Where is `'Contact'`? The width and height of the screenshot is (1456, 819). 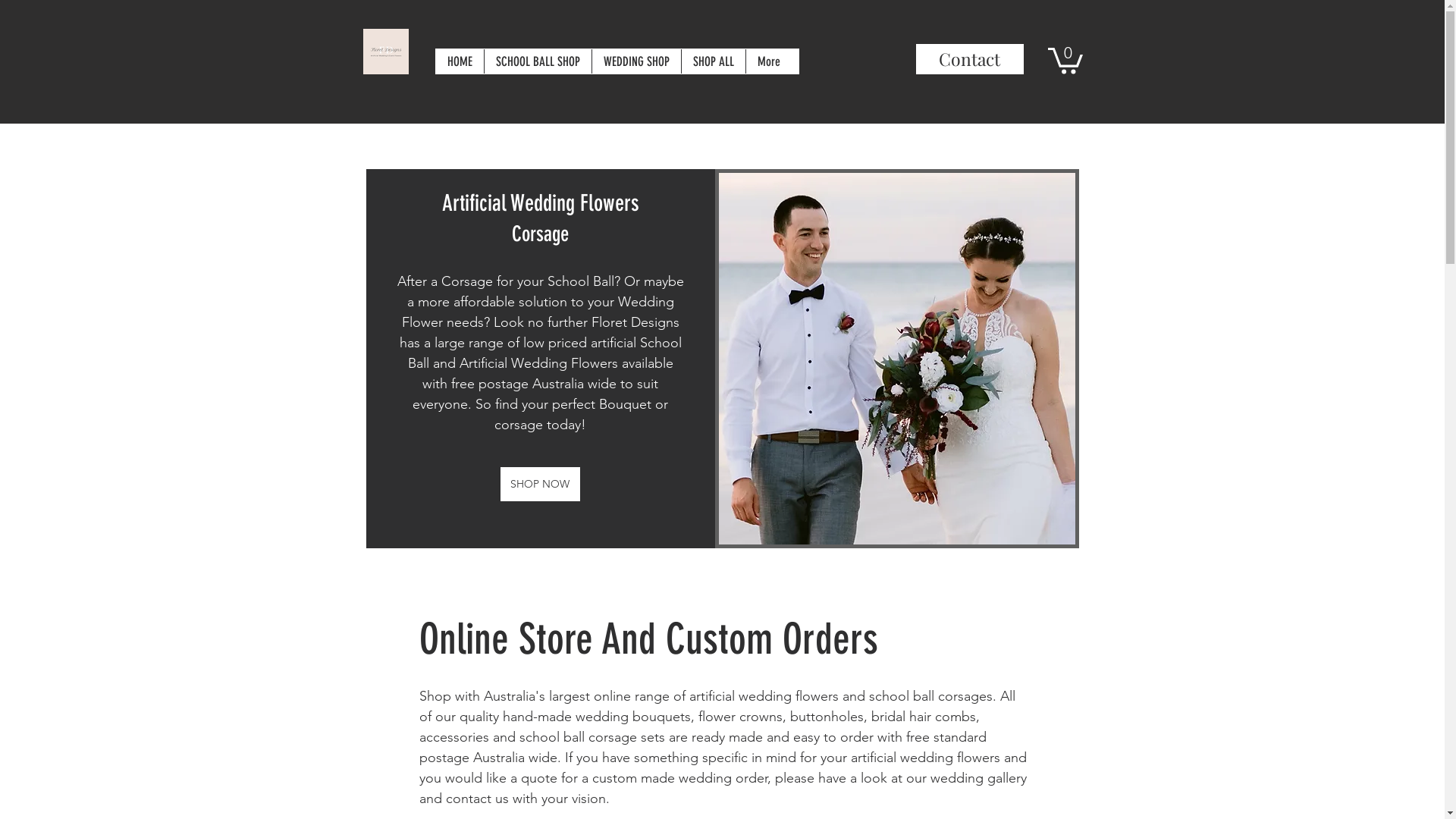 'Contact' is located at coordinates (968, 58).